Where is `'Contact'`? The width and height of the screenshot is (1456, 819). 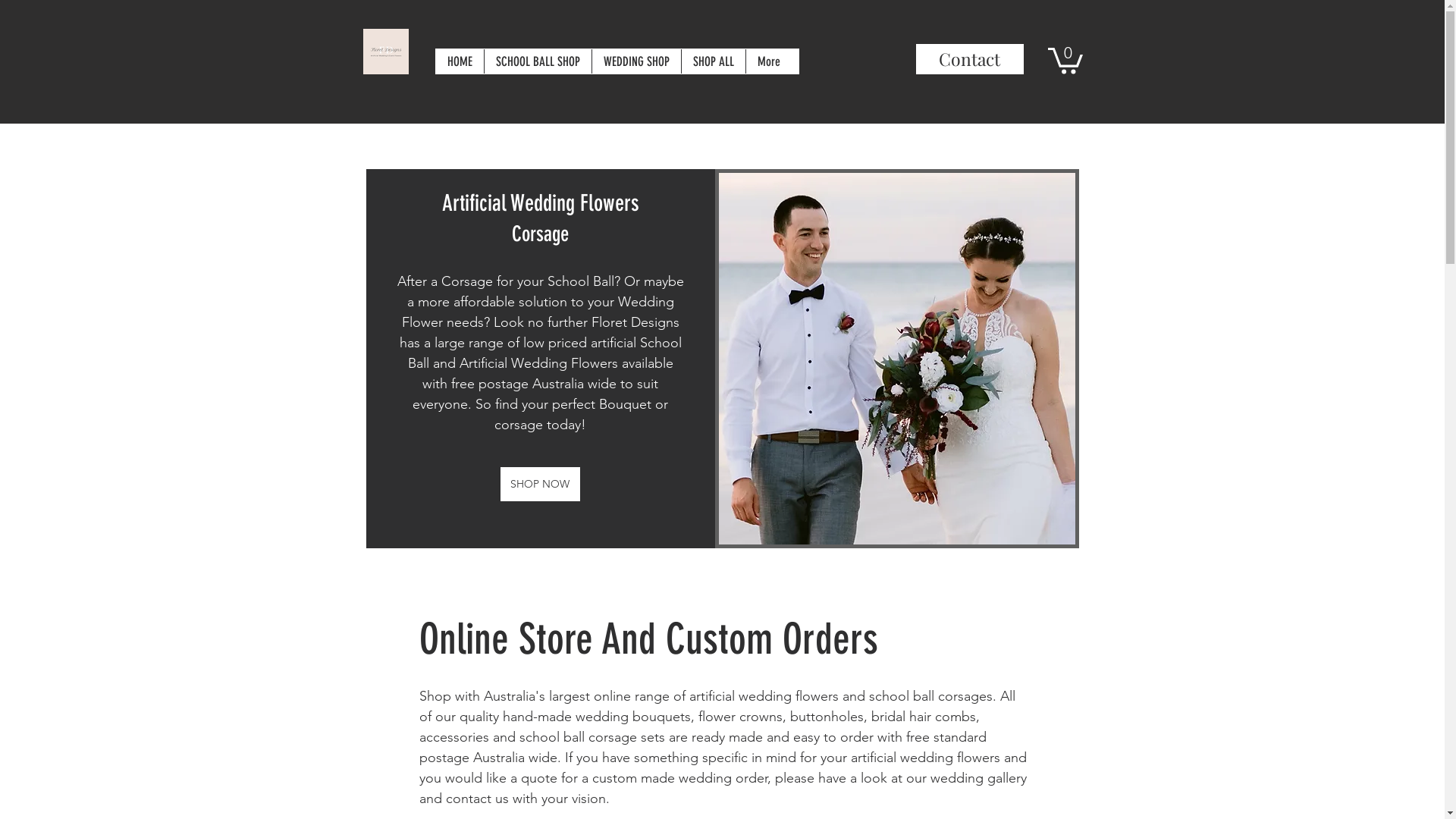 'Contact' is located at coordinates (968, 58).